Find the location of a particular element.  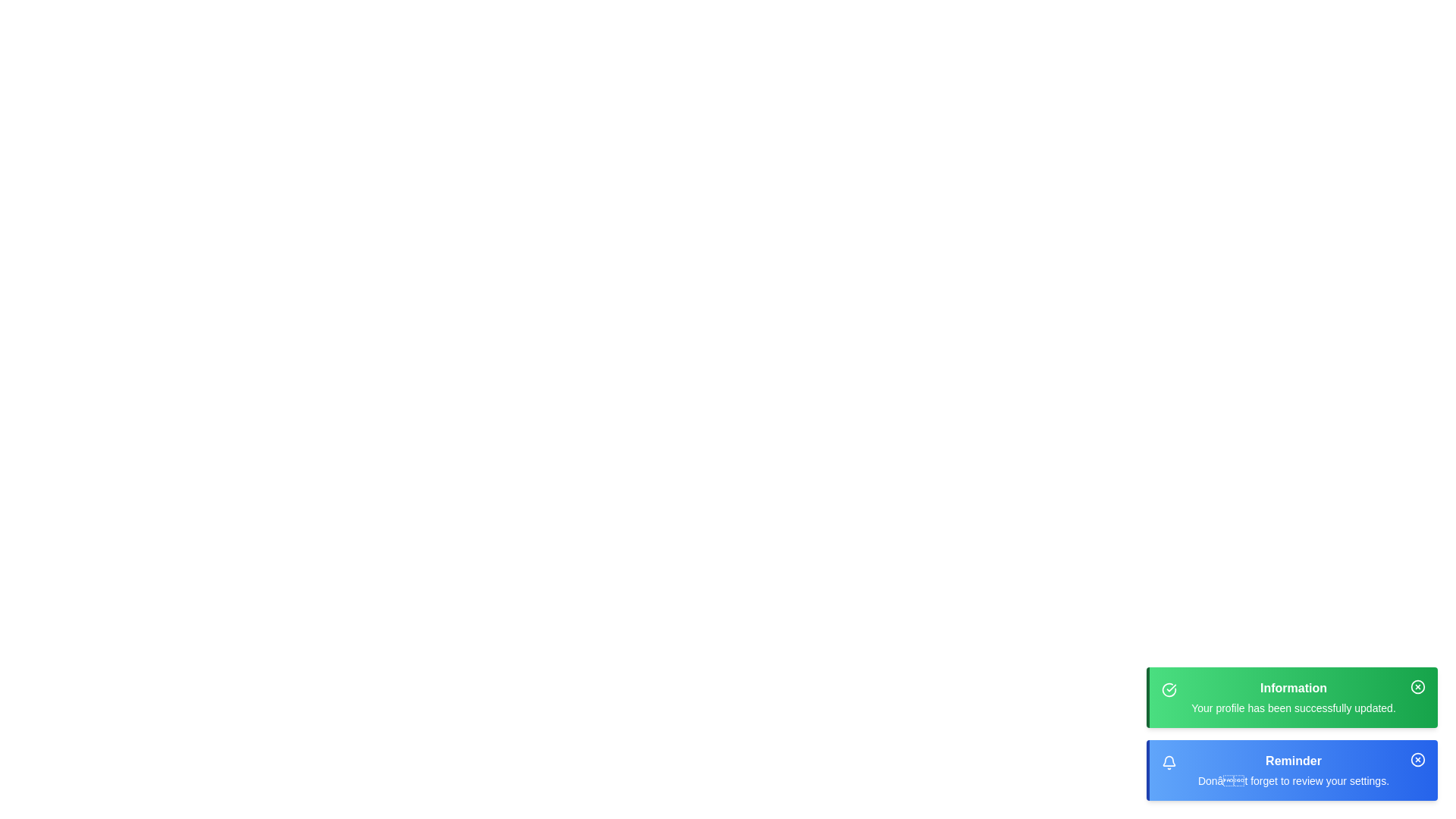

static text message that states 'Your profile has been successfully updated.' which is displayed in white on a green background, located below the 'Information' header is located at coordinates (1292, 708).